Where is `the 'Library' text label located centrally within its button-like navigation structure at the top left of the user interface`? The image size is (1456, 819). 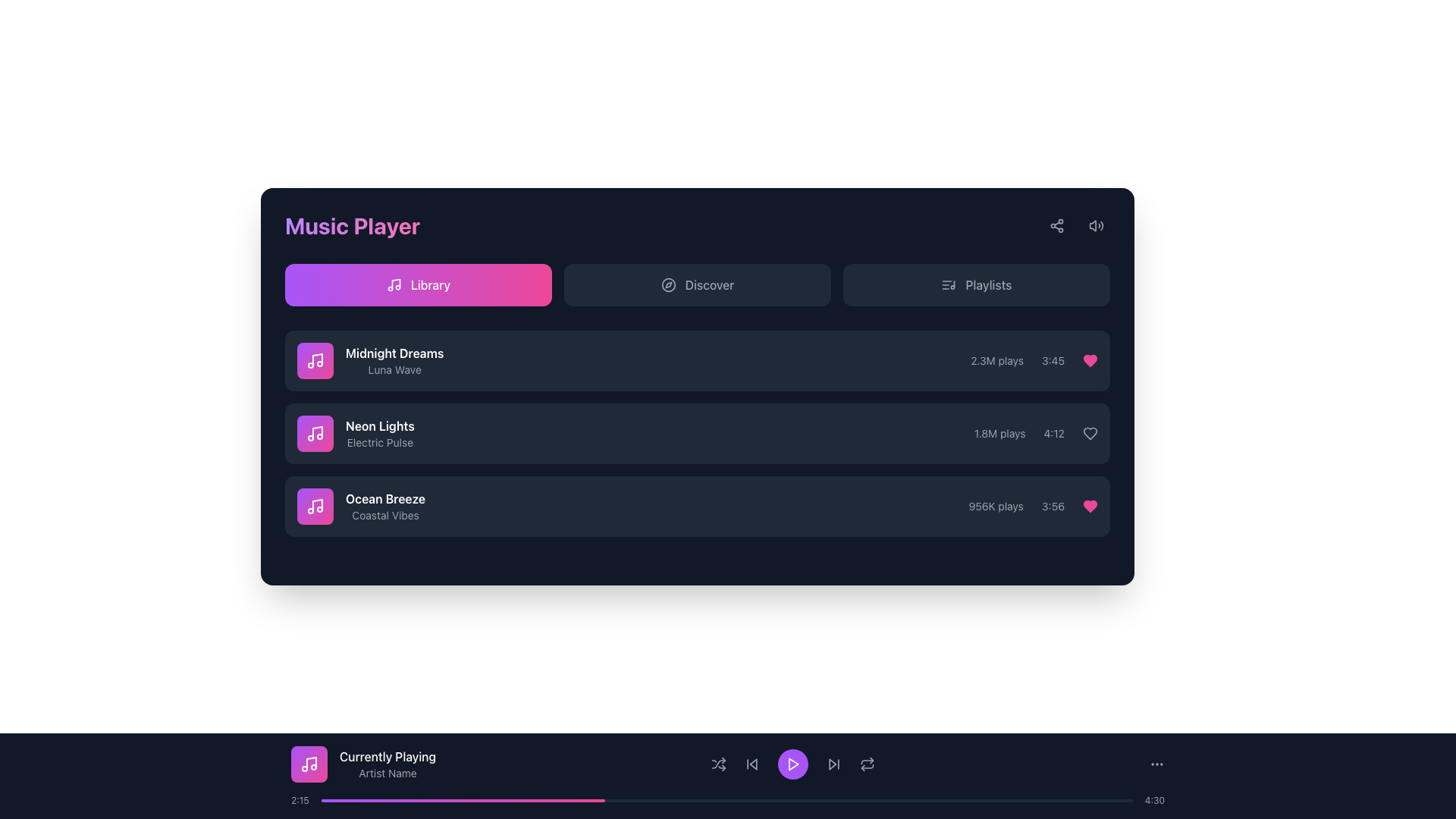 the 'Library' text label located centrally within its button-like navigation structure at the top left of the user interface is located at coordinates (429, 284).